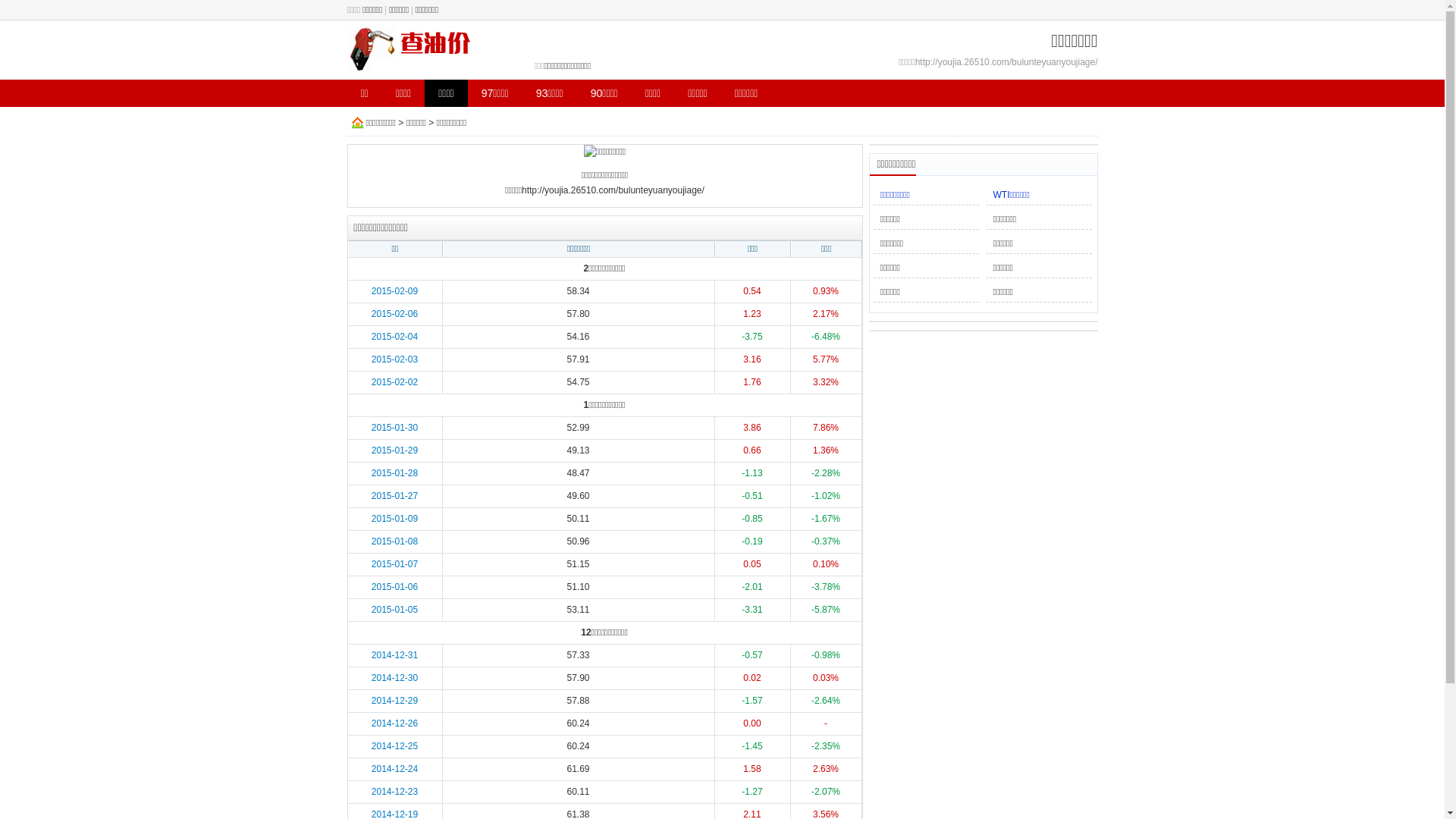 The image size is (1456, 819). I want to click on '2015-02-06', so click(394, 312).